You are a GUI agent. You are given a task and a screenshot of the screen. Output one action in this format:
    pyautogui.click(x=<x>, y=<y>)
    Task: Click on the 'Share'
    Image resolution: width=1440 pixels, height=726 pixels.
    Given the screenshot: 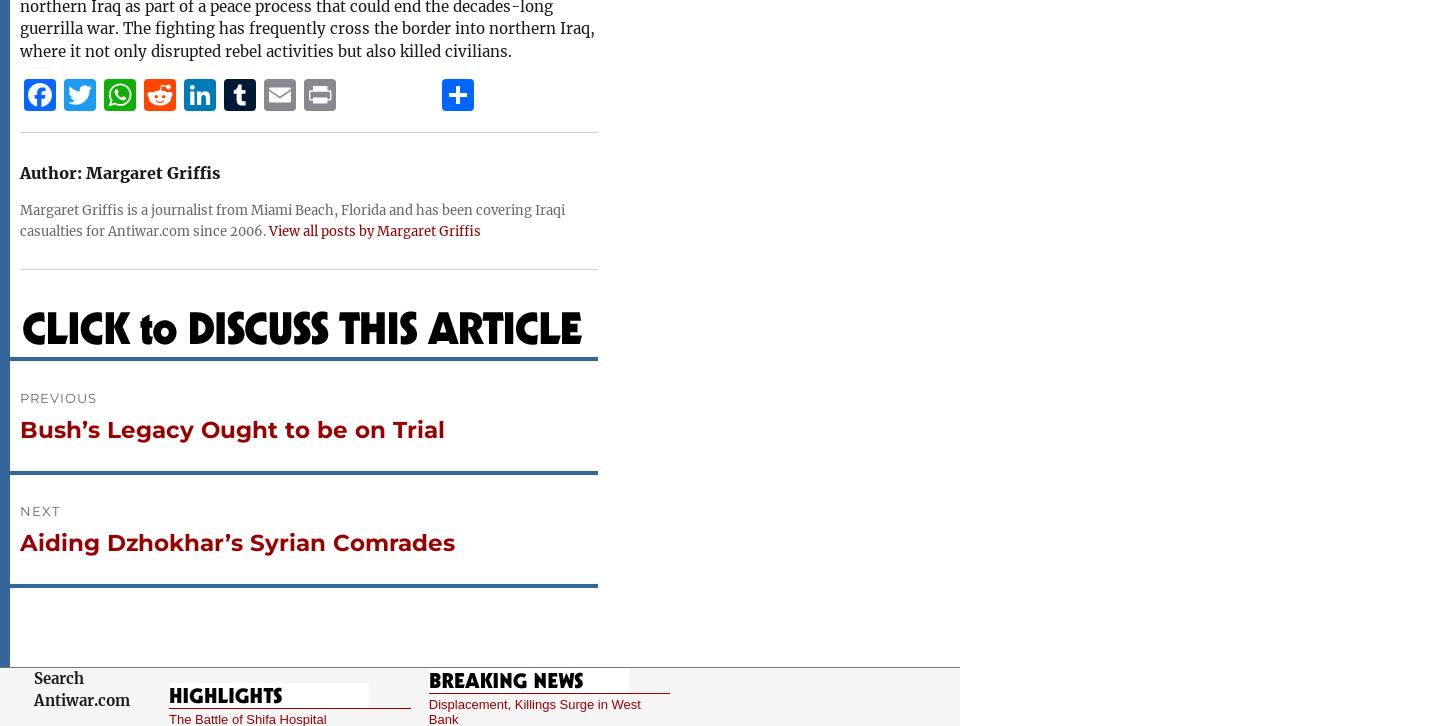 What is the action you would take?
    pyautogui.click(x=489, y=143)
    